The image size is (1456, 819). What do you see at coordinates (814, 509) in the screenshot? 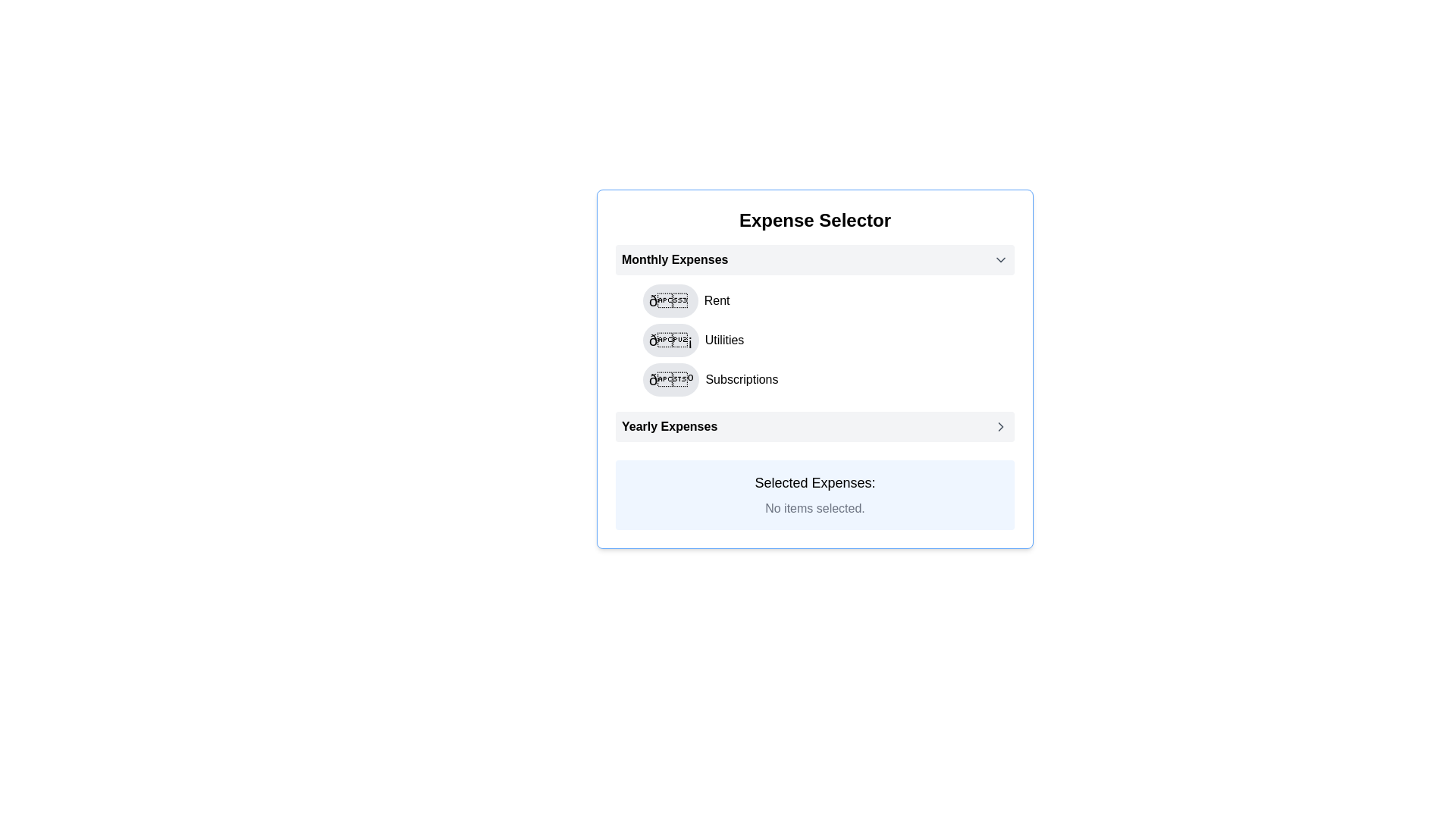
I see `the static text displaying 'No items selected.' located under the label 'Selected Expenses:' in the Expense Selector section` at bounding box center [814, 509].